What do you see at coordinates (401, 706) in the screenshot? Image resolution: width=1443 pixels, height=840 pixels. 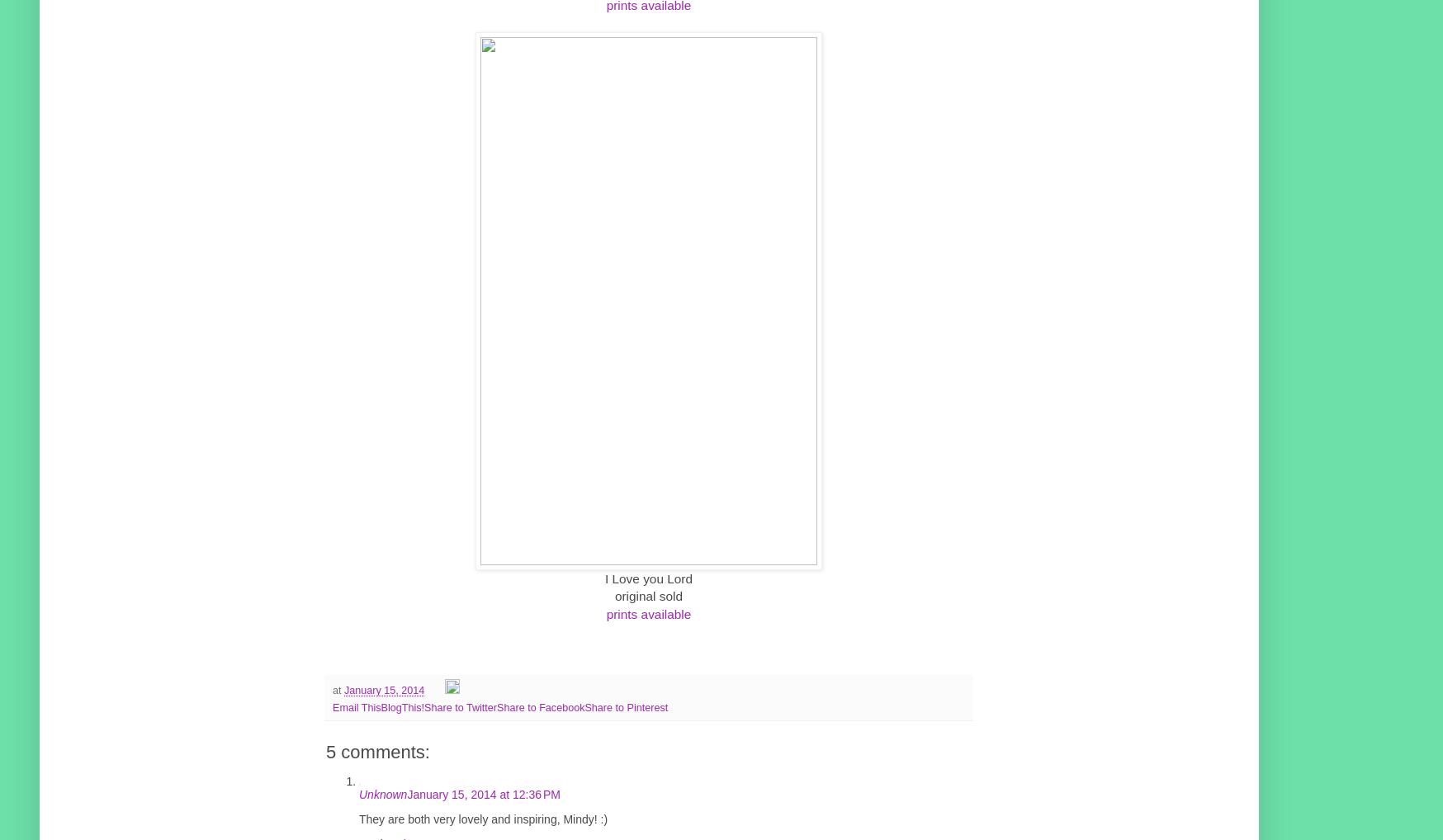 I see `'BlogThis!'` at bounding box center [401, 706].